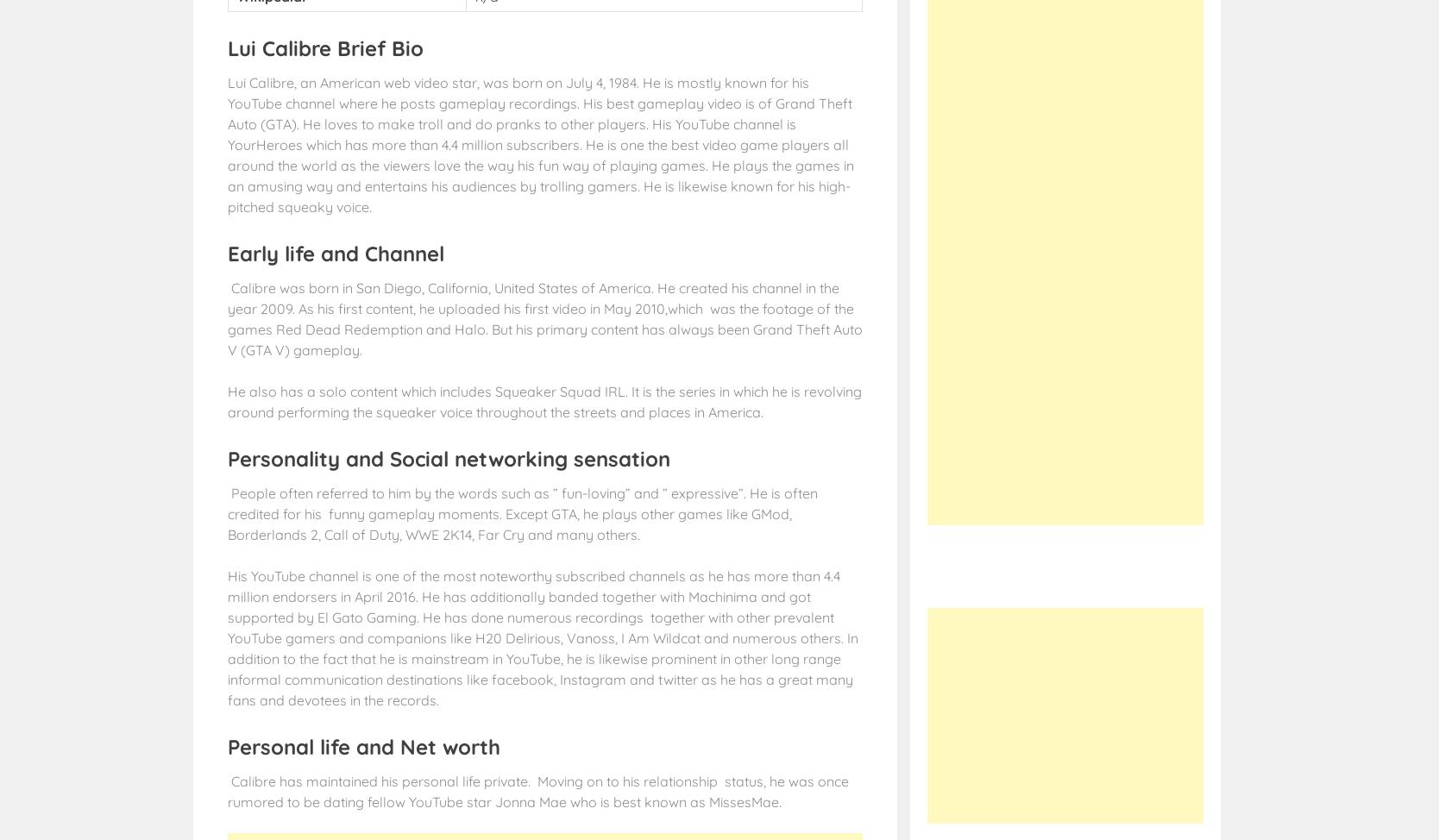 The width and height of the screenshot is (1439, 840). Describe the element at coordinates (522, 512) in the screenshot. I see `'People often referred to him by the words such as ” fun-loving” and ” expressive”. He is often credited for his  funny gameplay moments. Except GTA, he plays other games like GMod, Borderlands 2, Call of Duty, WWE 2K14, Far Cry and many others.'` at that location.